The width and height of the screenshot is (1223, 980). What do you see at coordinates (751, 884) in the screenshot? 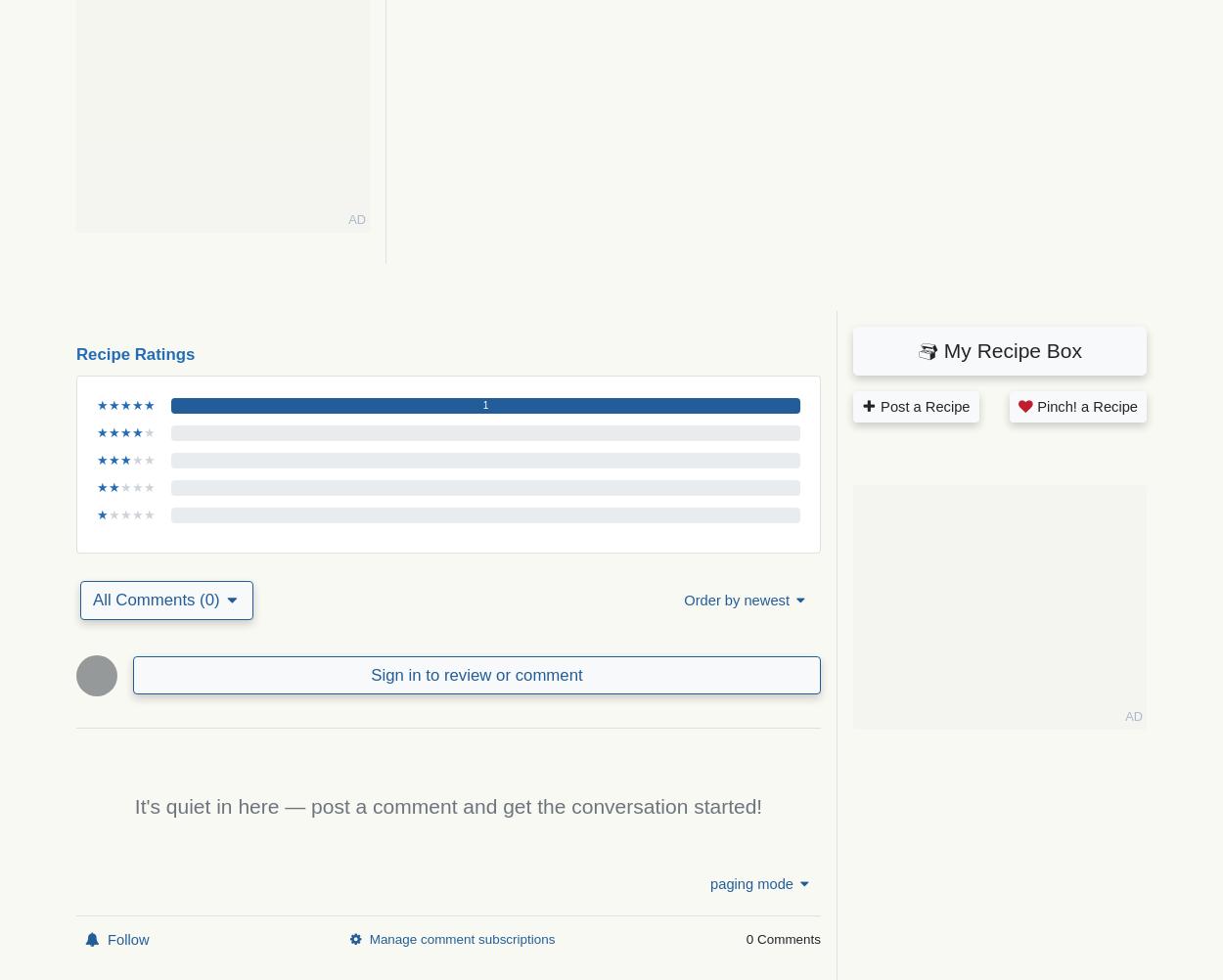
I see `'paging mode'` at bounding box center [751, 884].